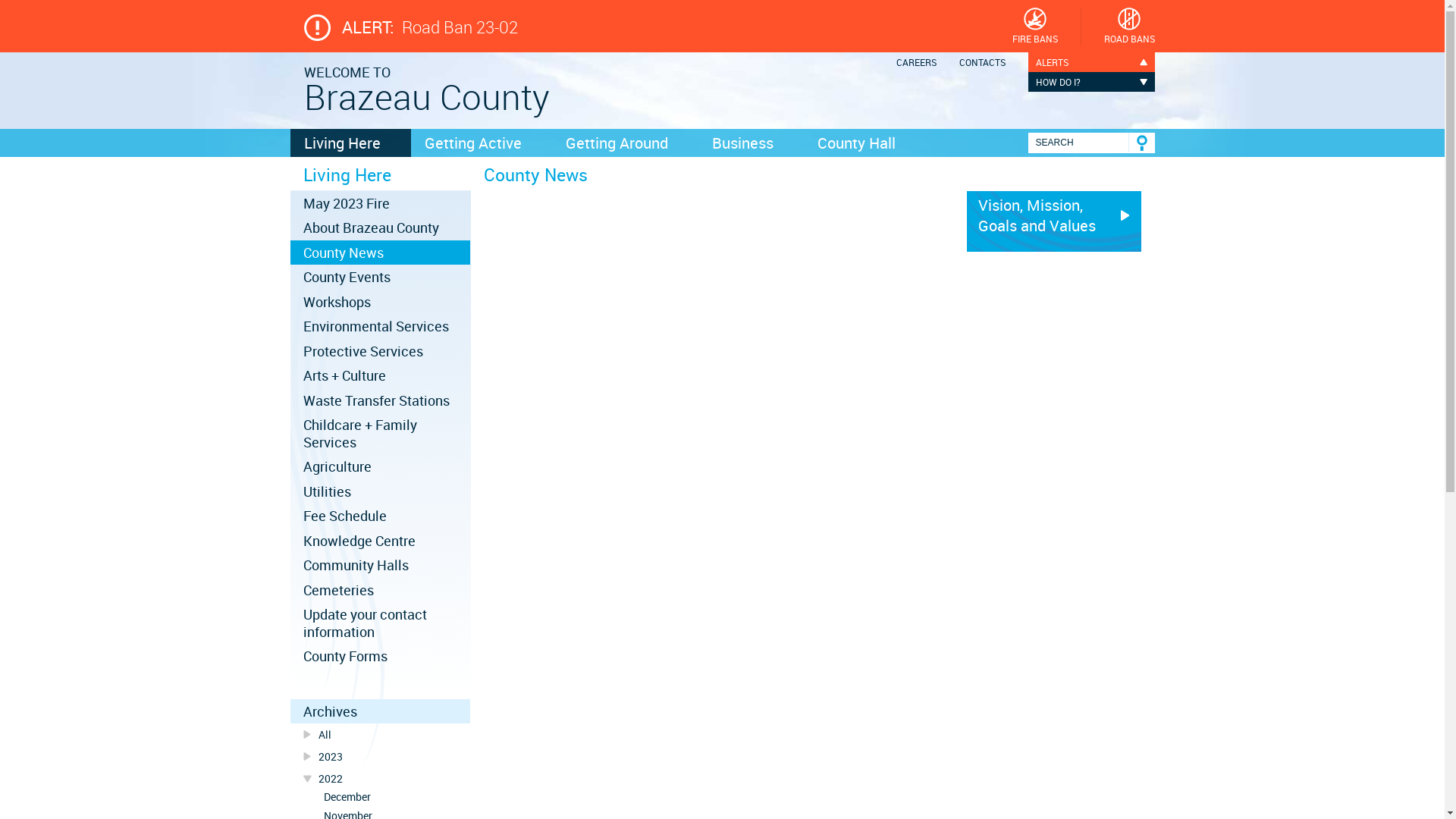 This screenshot has height=819, width=1456. What do you see at coordinates (1129, 143) in the screenshot?
I see `'Go'` at bounding box center [1129, 143].